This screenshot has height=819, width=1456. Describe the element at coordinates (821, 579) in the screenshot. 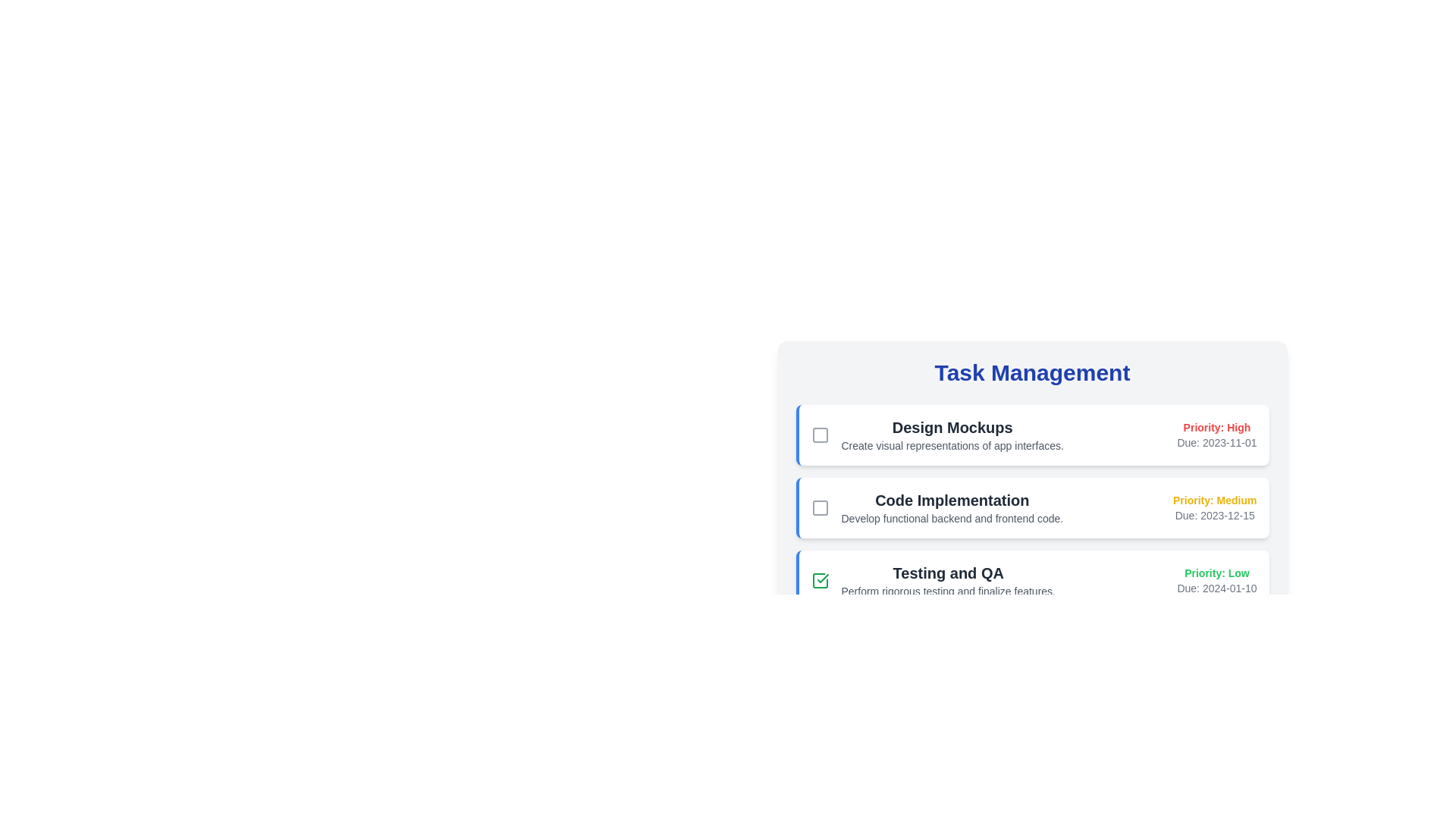

I see `the Checkmark icon indicating the completed status of the 'Testing and QA' task` at that location.